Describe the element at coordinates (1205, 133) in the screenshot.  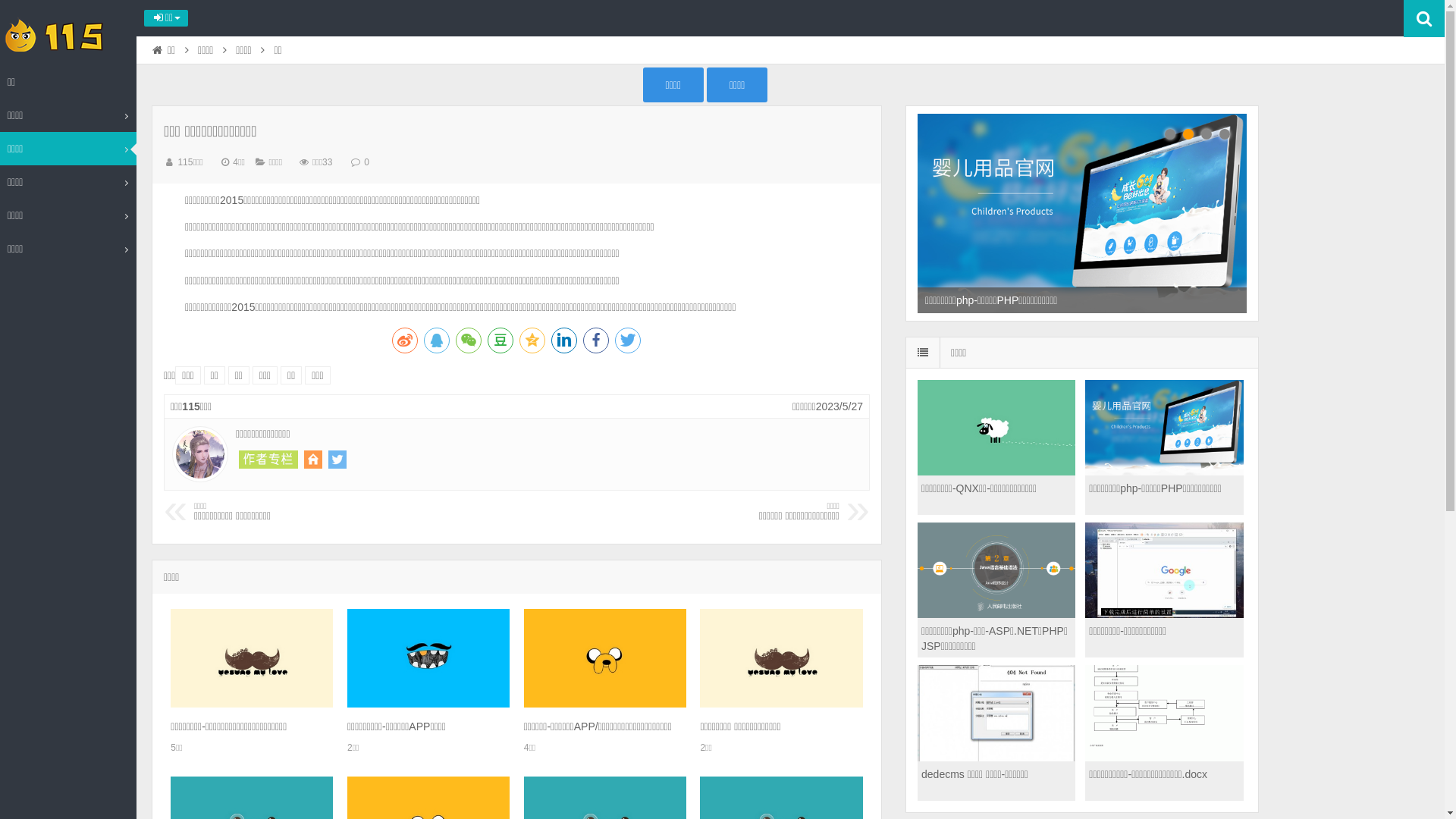
I see `'3'` at that location.